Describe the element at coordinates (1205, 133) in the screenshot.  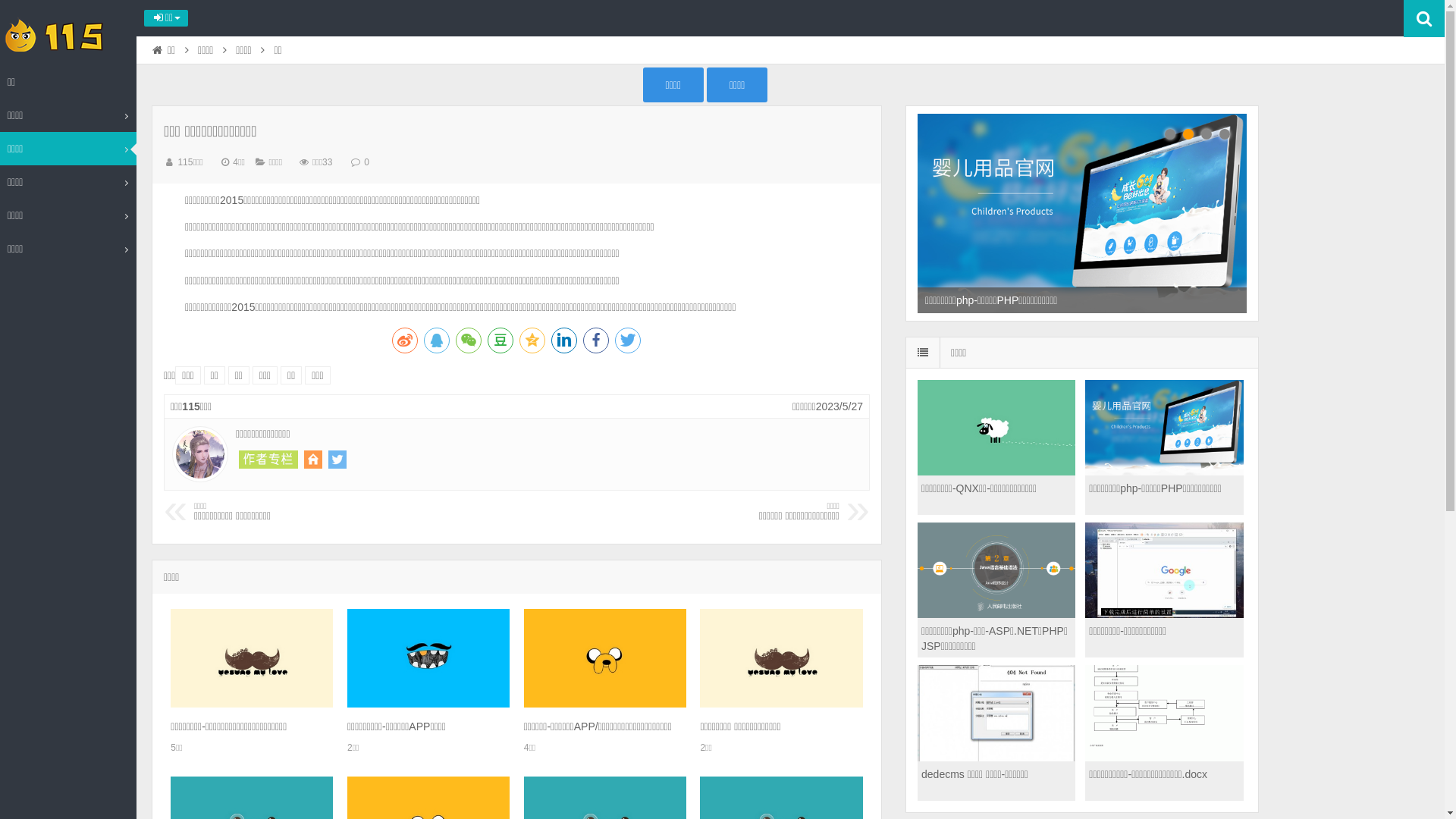
I see `'3'` at that location.